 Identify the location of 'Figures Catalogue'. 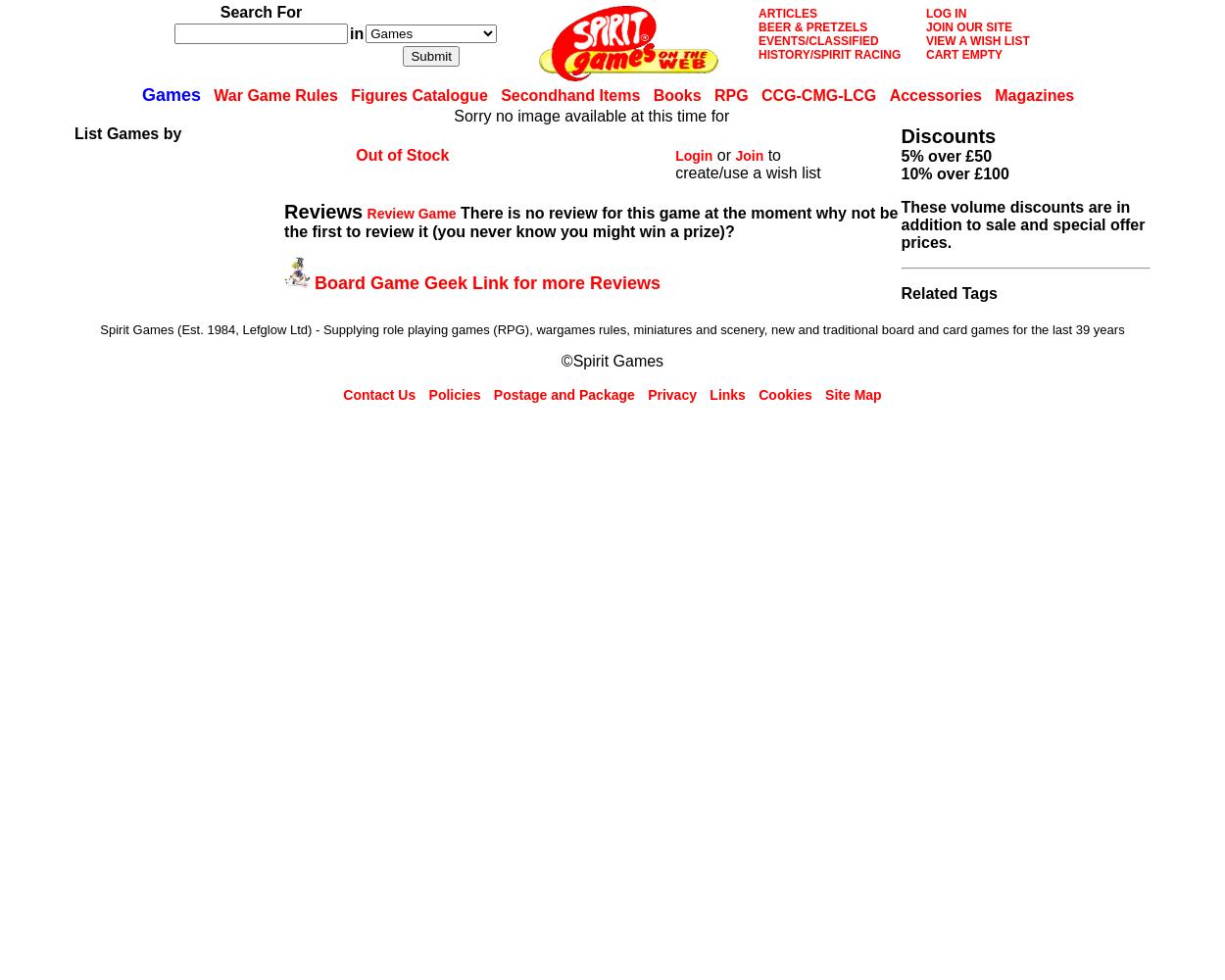
(350, 94).